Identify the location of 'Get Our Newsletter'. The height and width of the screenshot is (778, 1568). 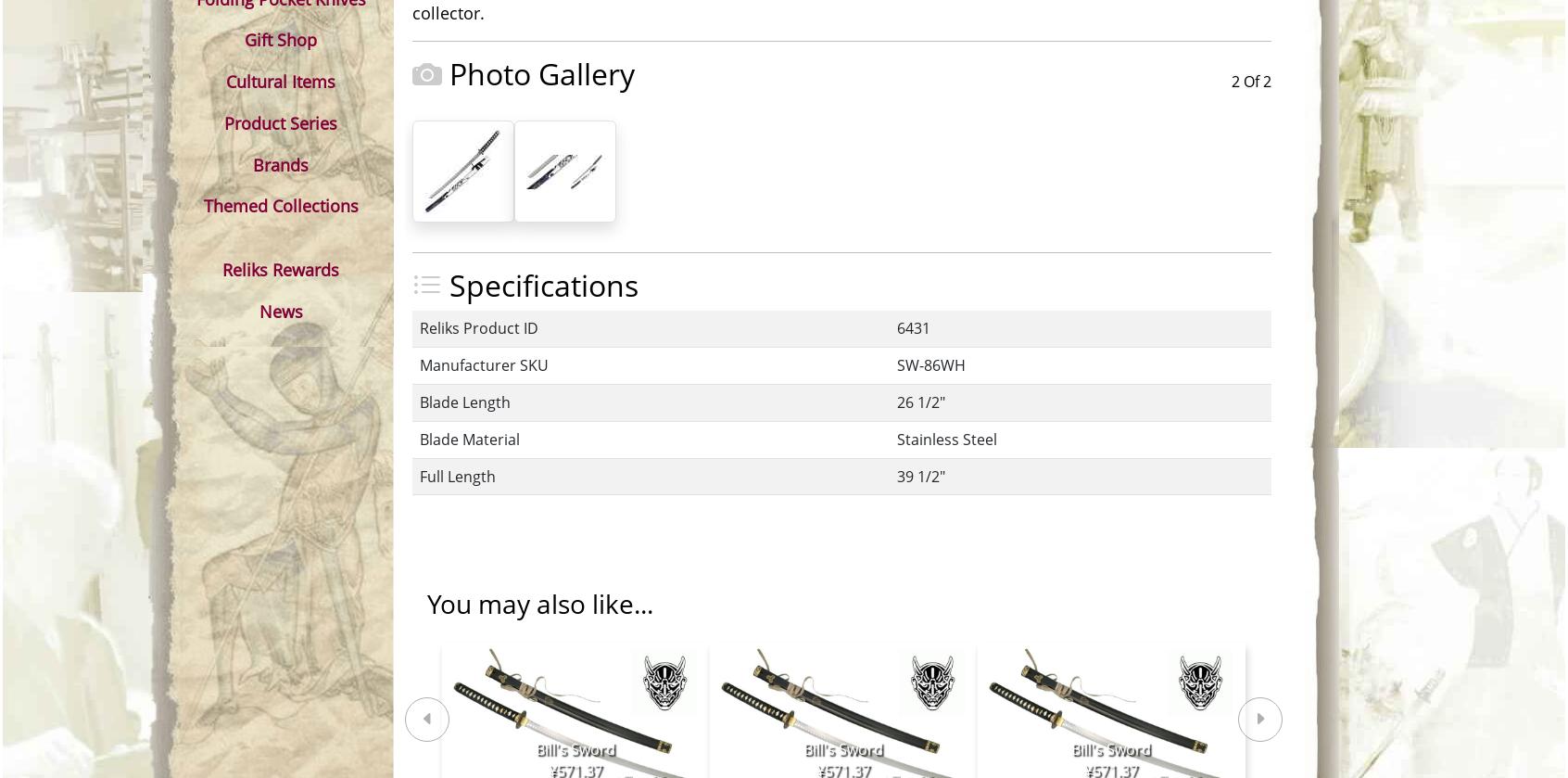
(933, 491).